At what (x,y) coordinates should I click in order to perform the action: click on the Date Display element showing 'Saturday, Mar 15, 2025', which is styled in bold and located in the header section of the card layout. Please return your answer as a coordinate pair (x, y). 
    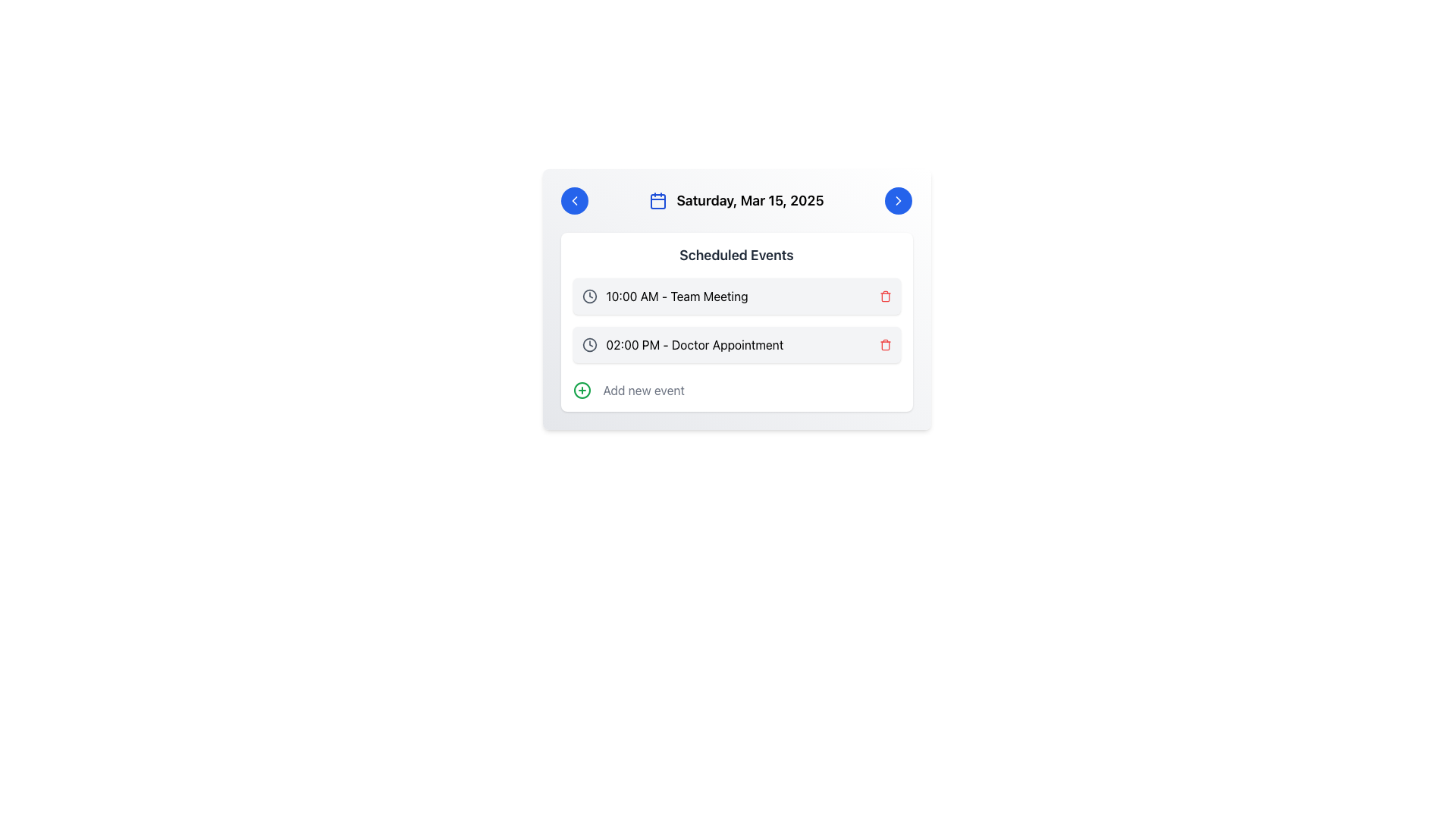
    Looking at the image, I should click on (736, 200).